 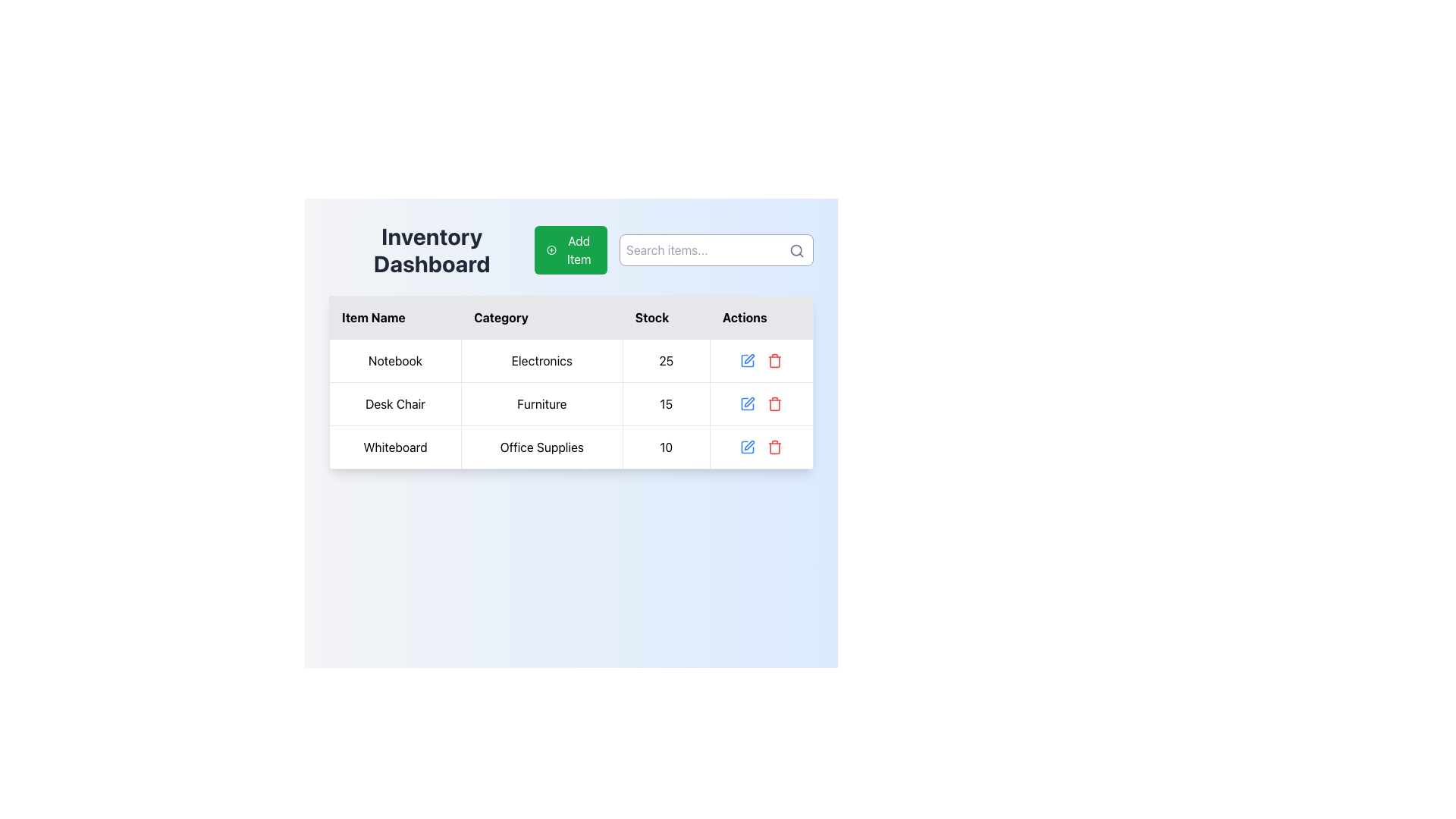 What do you see at coordinates (673, 249) in the screenshot?
I see `the search bar input field located in the top-right section of the interface to focus on it` at bounding box center [673, 249].